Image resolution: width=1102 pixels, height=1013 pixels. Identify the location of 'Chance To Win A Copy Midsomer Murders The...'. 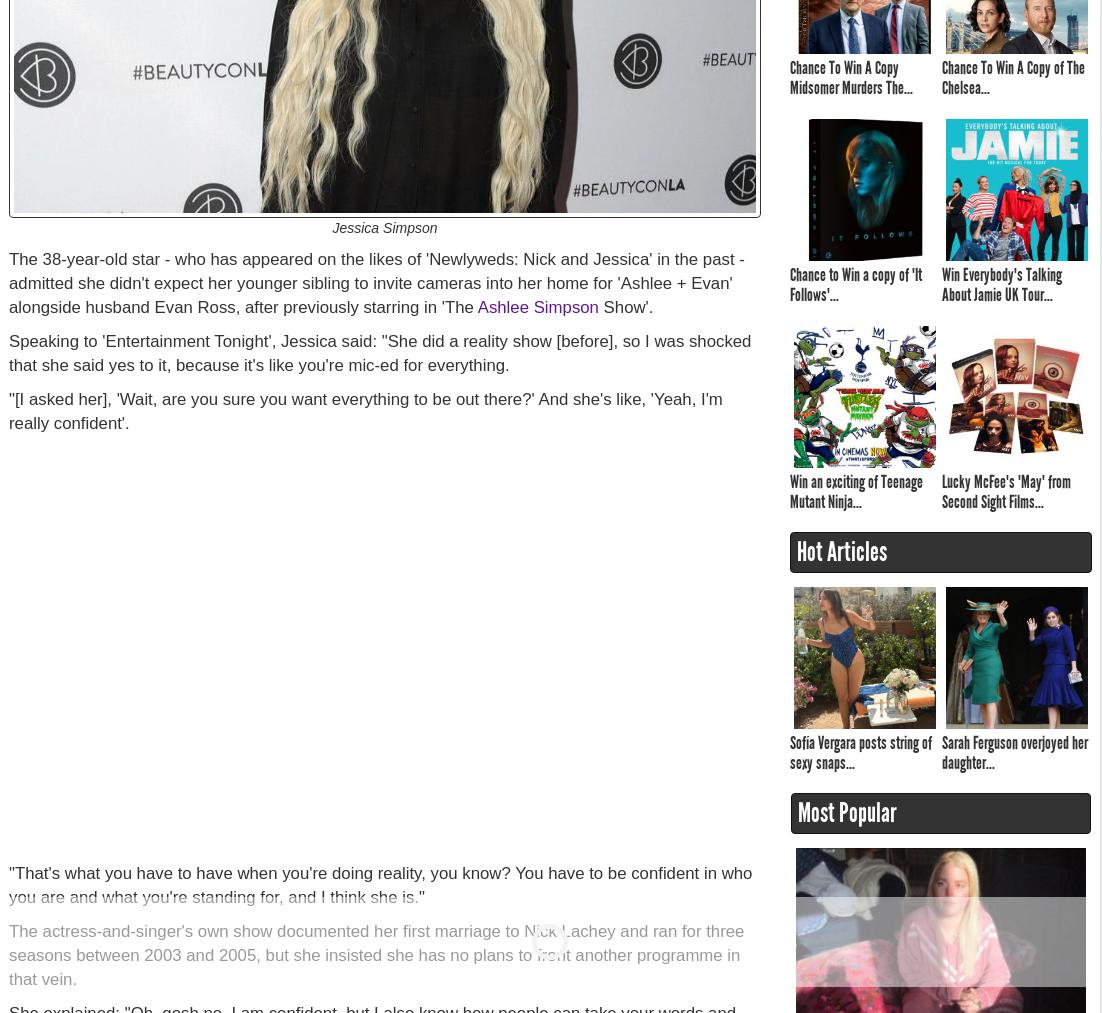
(789, 77).